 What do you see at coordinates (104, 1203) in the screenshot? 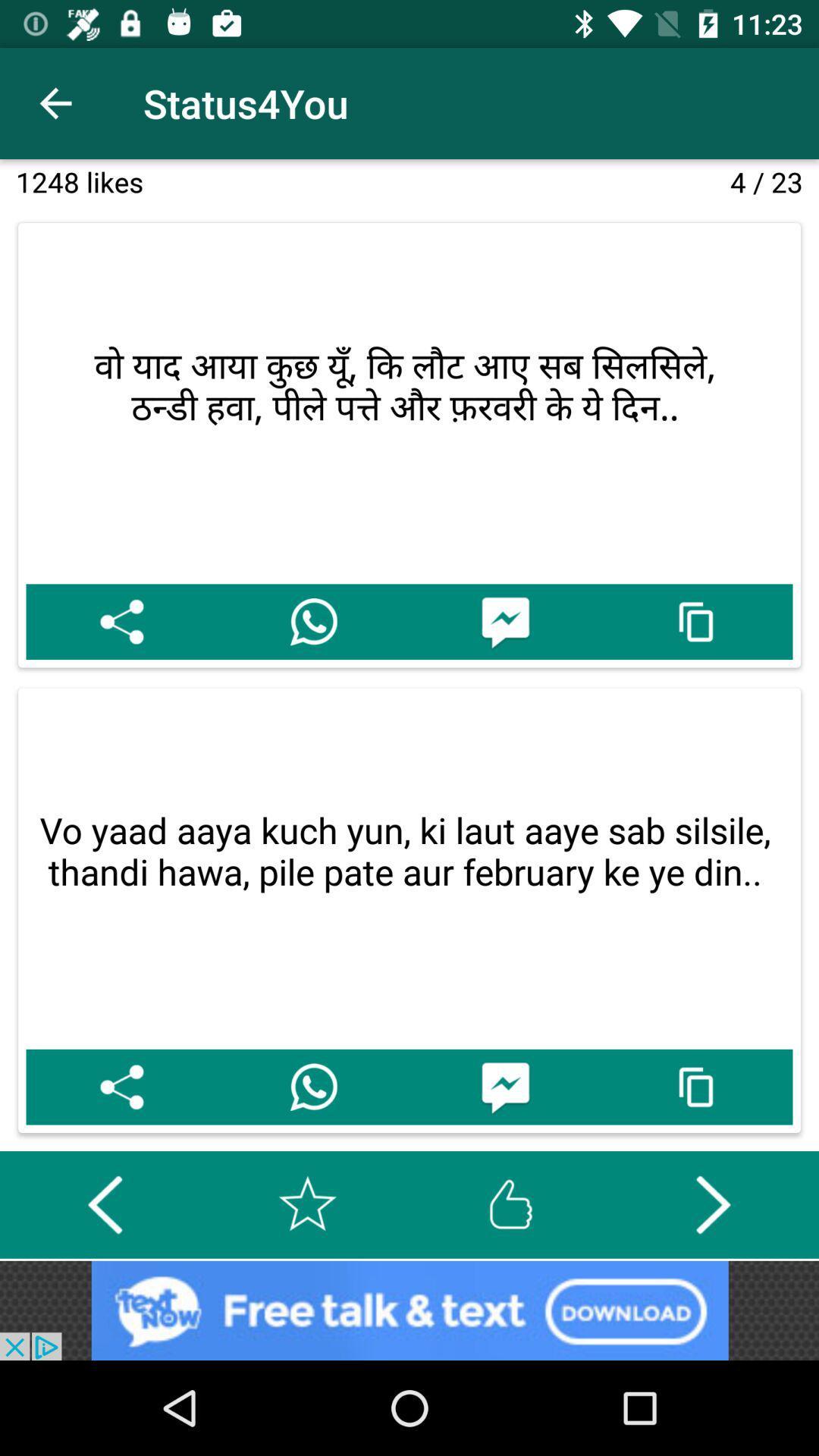
I see `the arrow_backward icon` at bounding box center [104, 1203].